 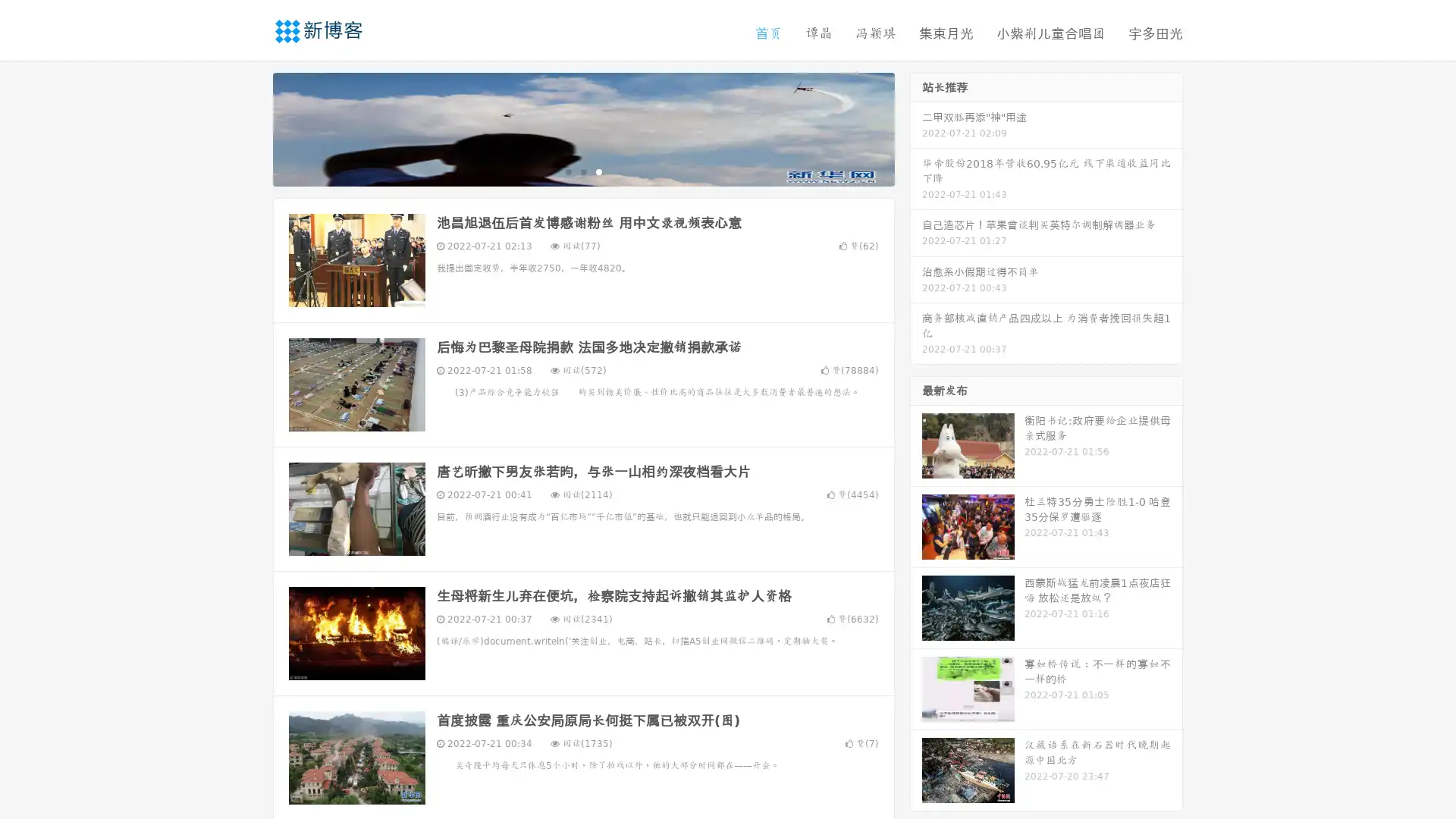 I want to click on Go to slide 2, so click(x=582, y=171).